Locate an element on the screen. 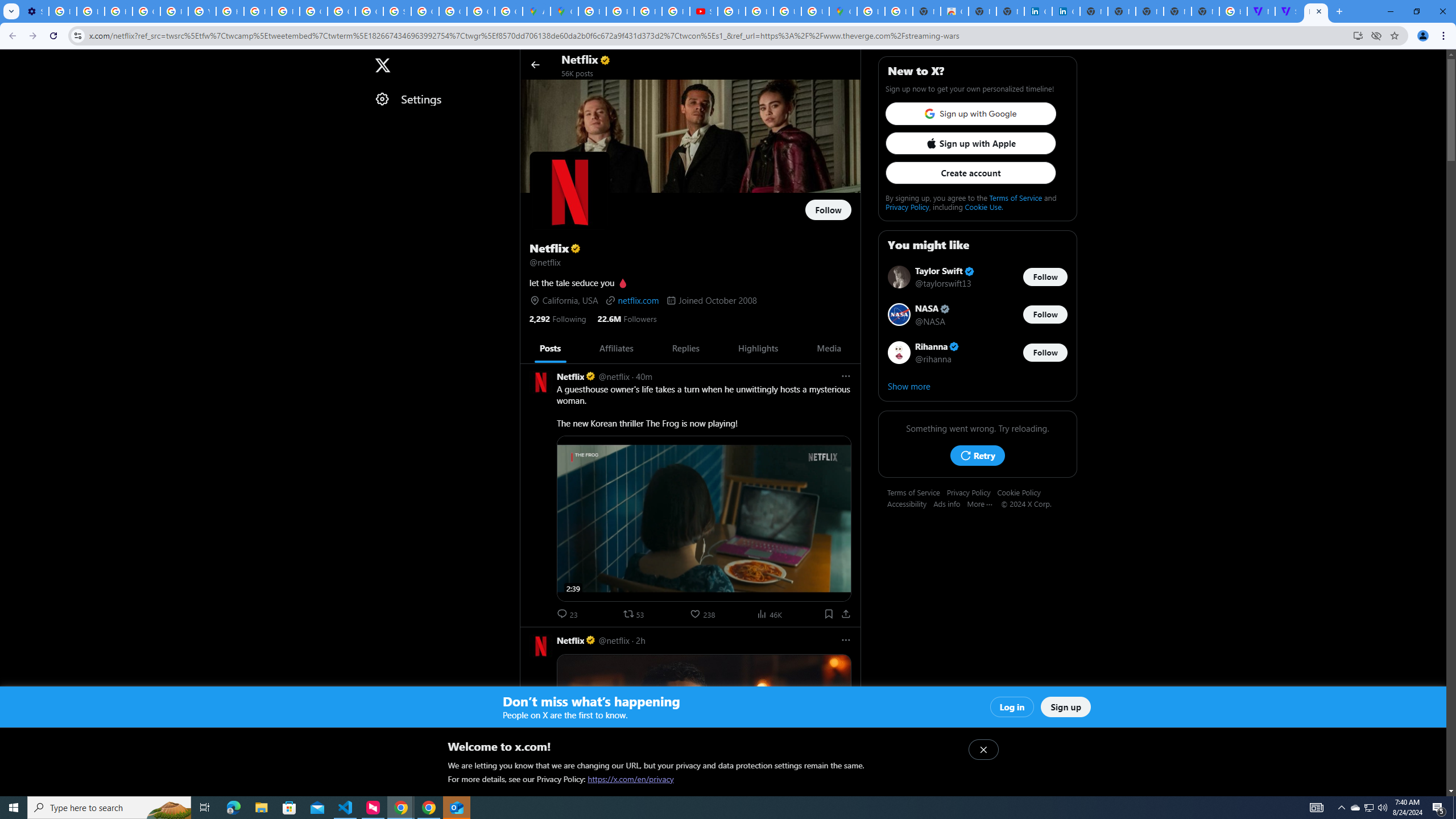  '@rihanna' is located at coordinates (934, 358).